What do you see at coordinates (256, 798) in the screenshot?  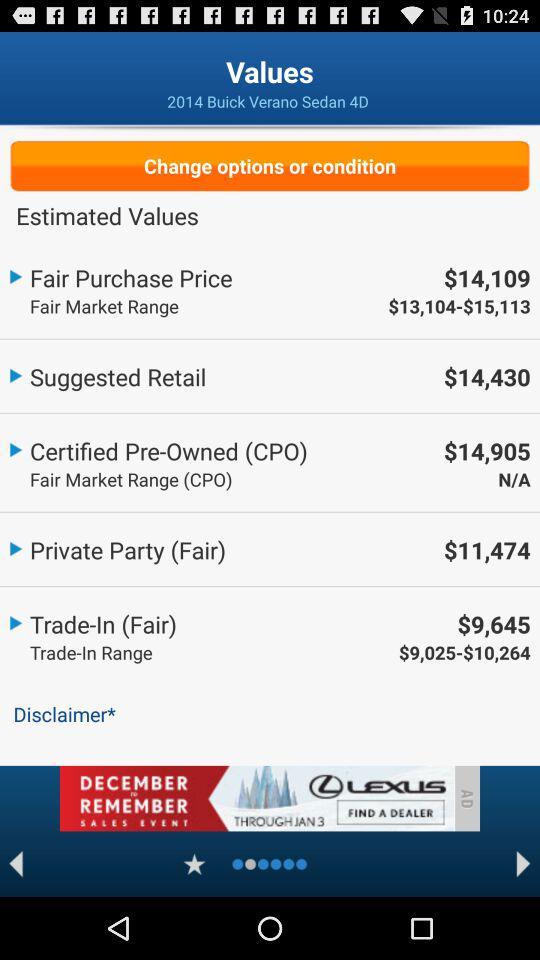 I see `advertisement` at bounding box center [256, 798].